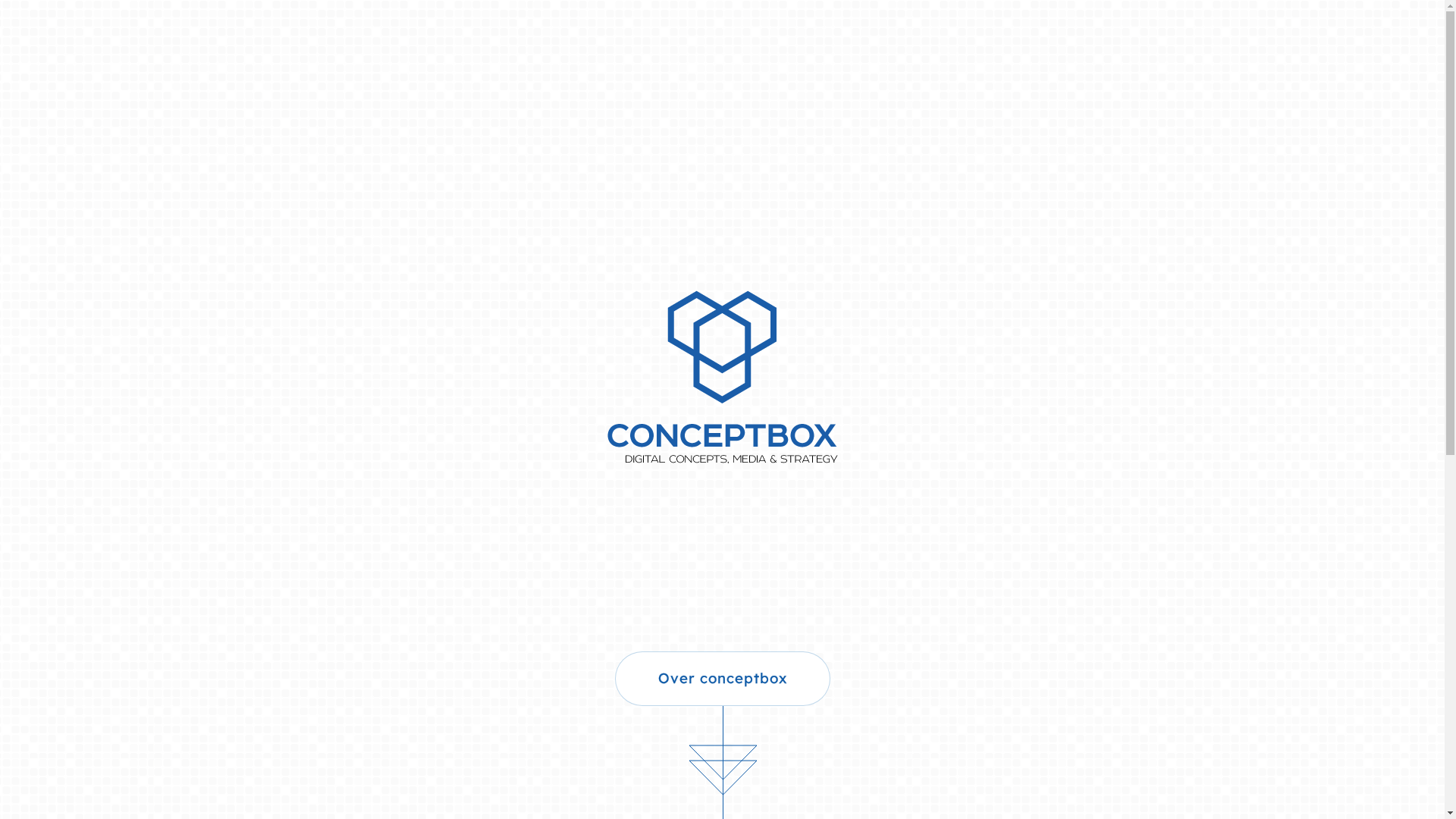 This screenshot has height=819, width=1456. I want to click on 'Over conceptbox', so click(720, 677).